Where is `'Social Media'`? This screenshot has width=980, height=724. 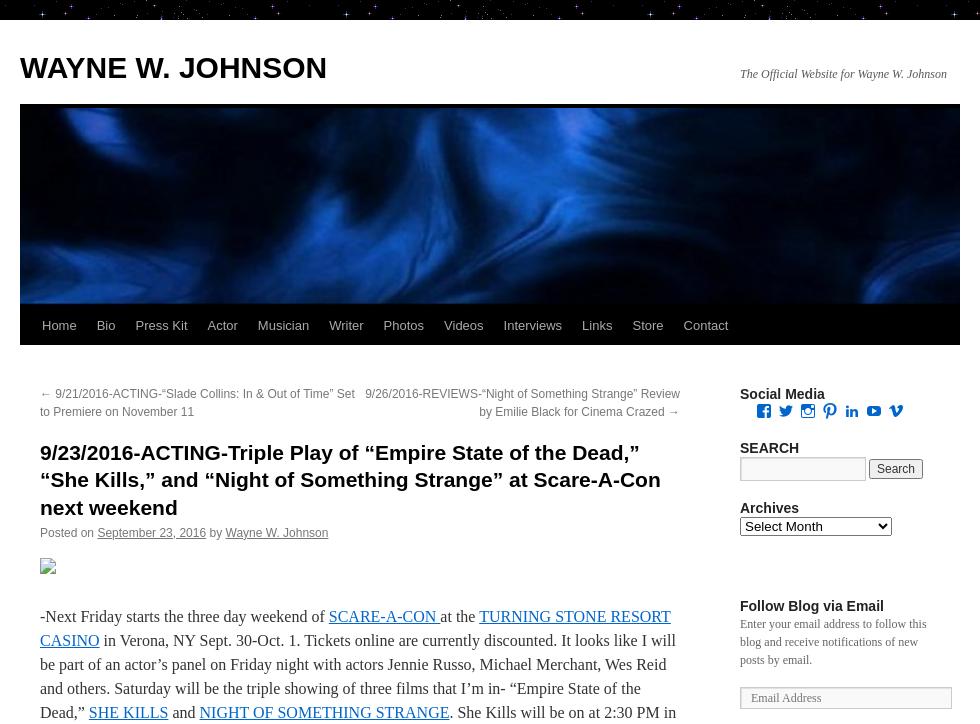 'Social Media' is located at coordinates (782, 394).